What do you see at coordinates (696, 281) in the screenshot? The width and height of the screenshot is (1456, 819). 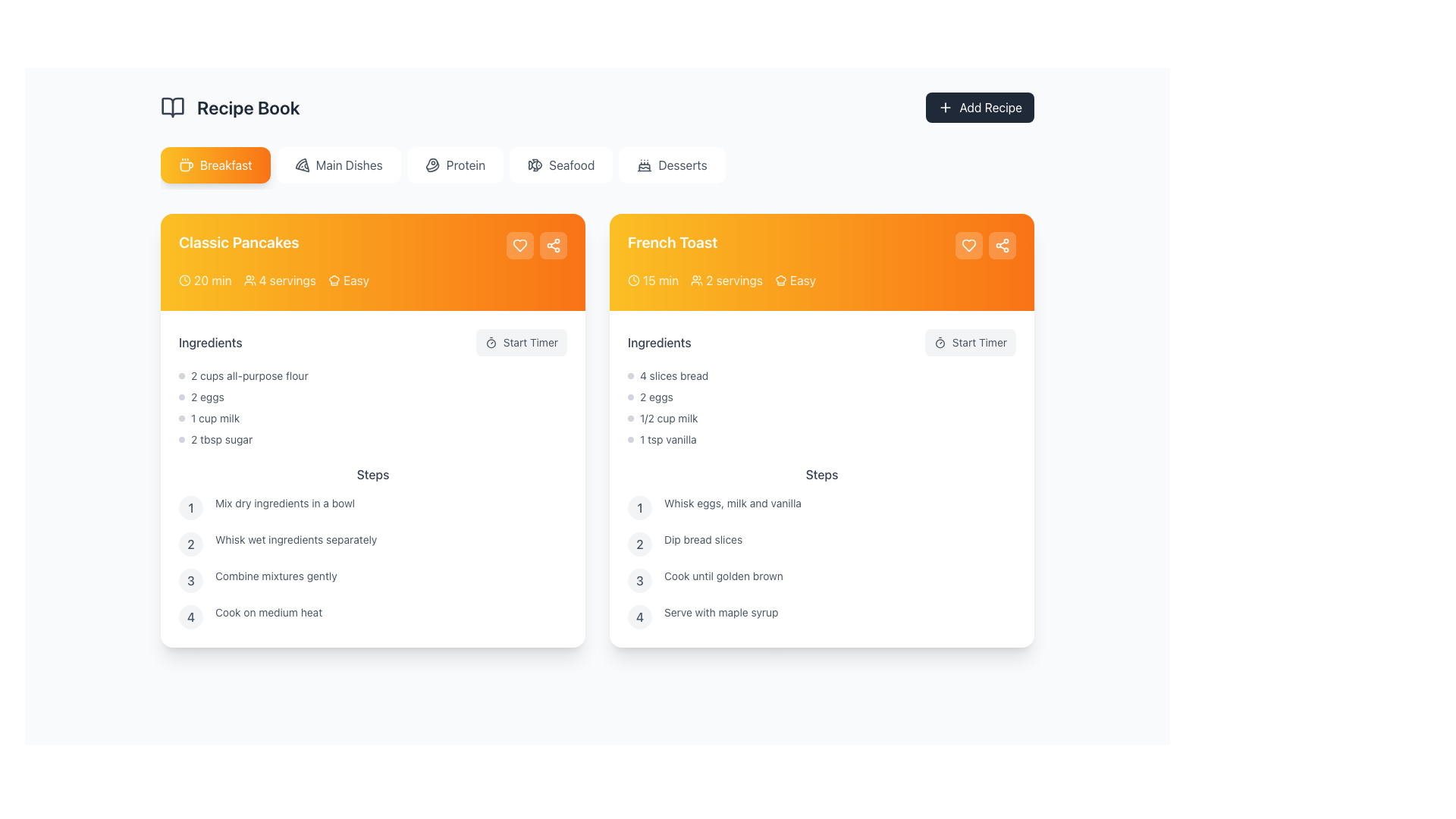 I see `the servings icon located in the header section of the 'French Toast' recipe card, positioned left of the text '2 servings'` at bounding box center [696, 281].